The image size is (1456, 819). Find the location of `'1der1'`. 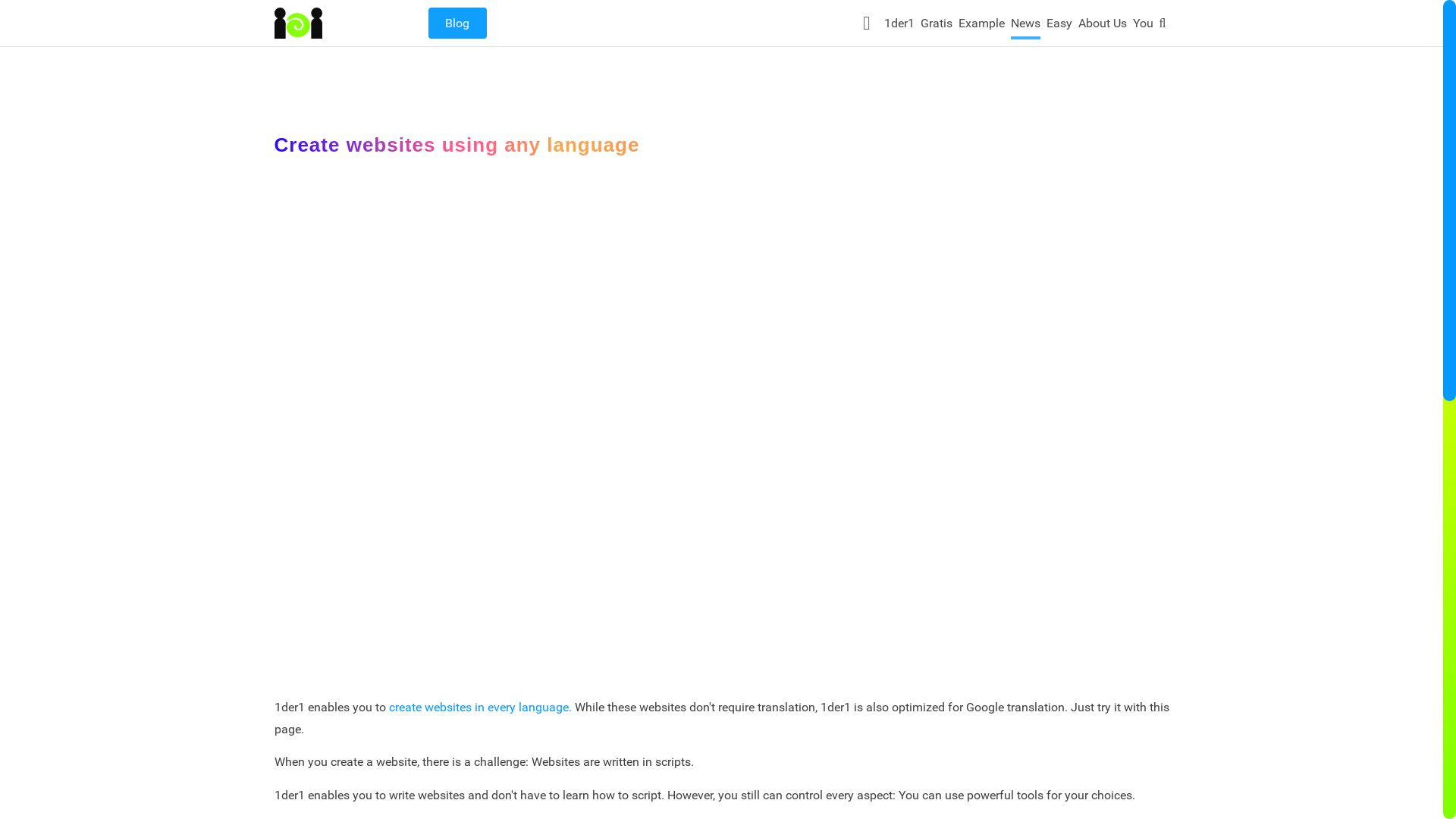

'1der1' is located at coordinates (884, 26).